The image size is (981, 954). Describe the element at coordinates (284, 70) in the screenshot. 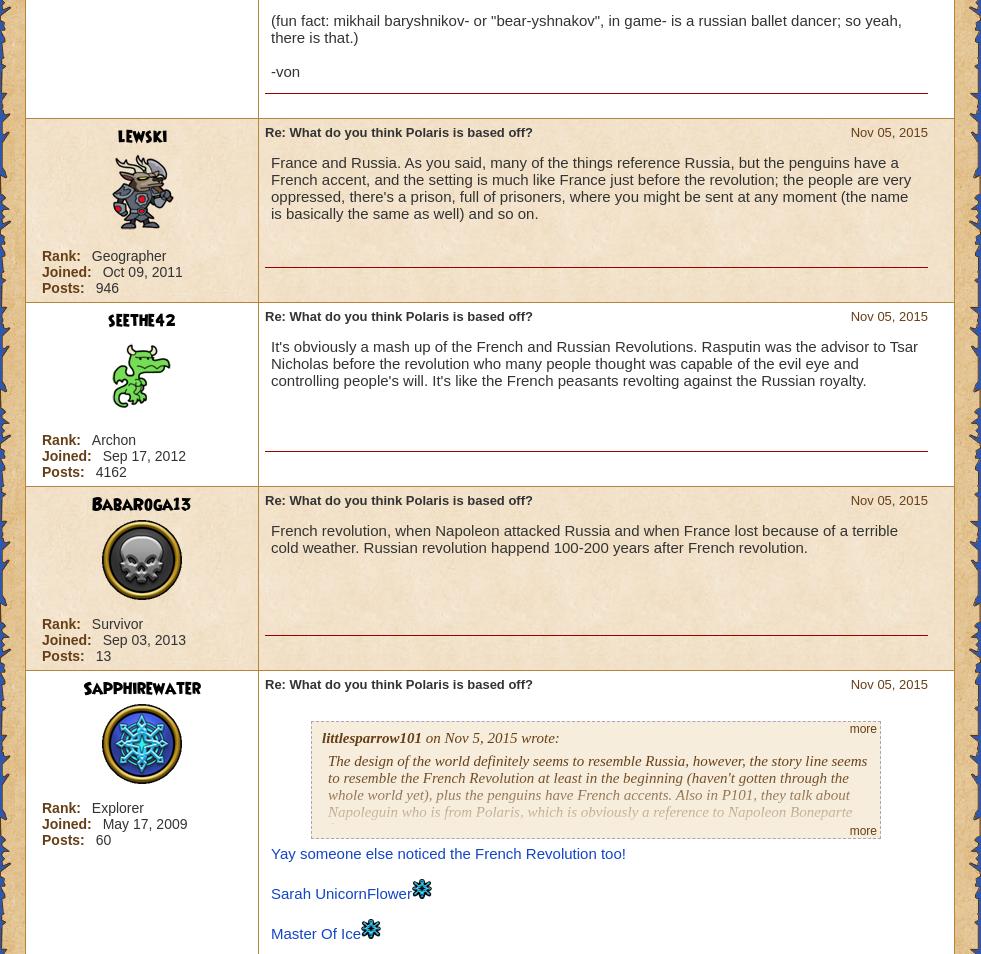

I see `'-von'` at that location.